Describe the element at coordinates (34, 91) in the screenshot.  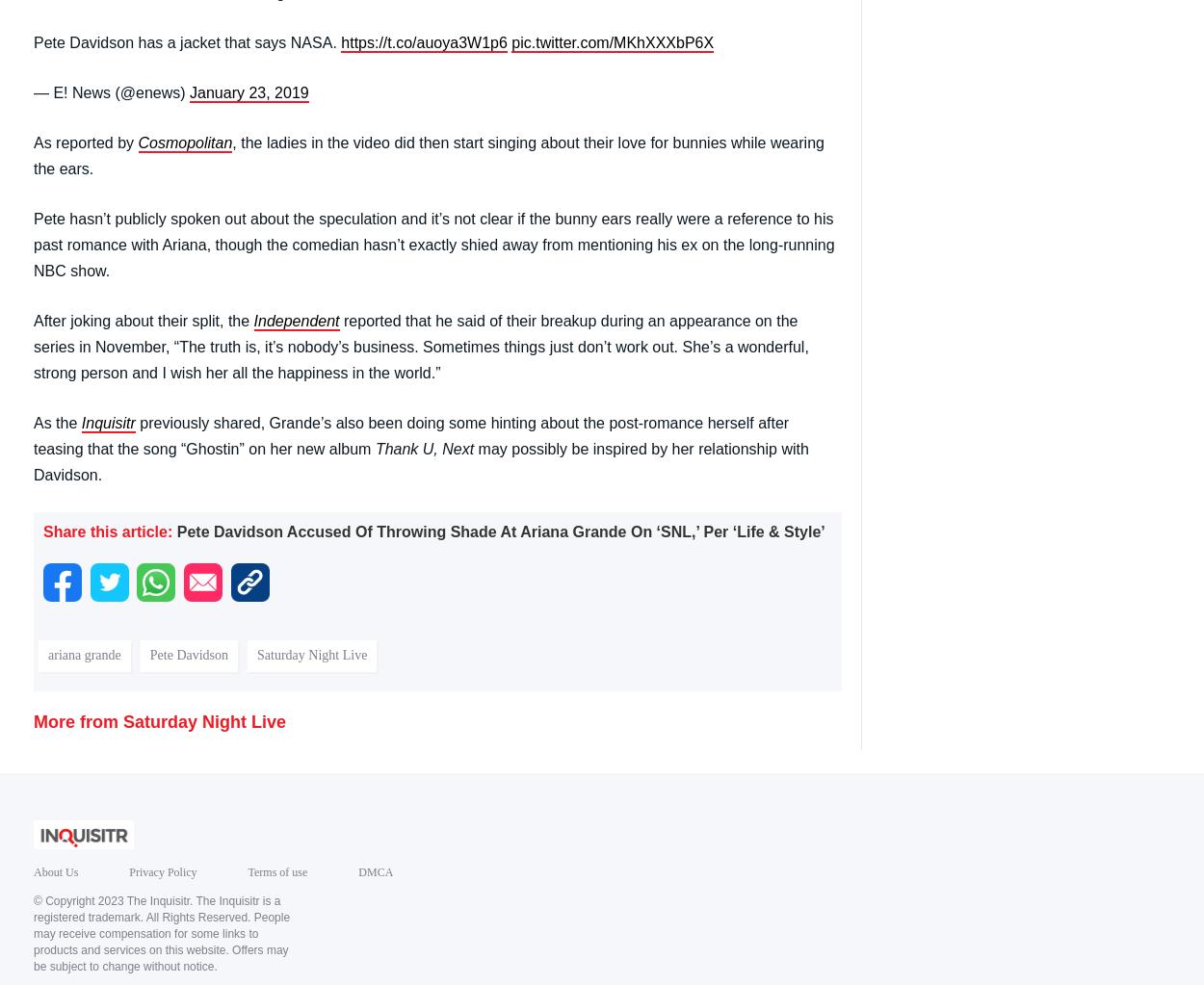
I see `'— E! News (@enews)'` at that location.